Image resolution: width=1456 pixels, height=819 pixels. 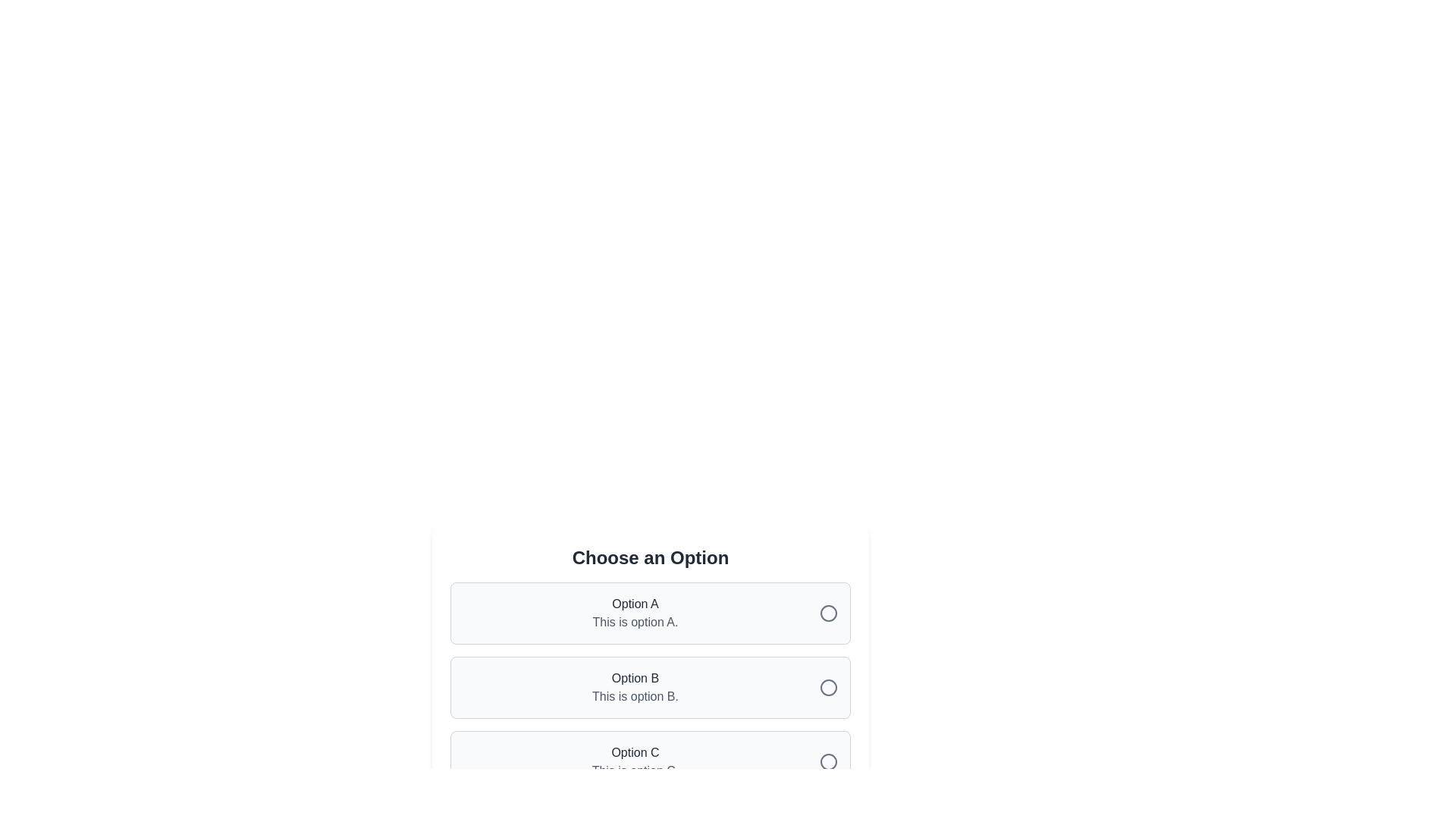 What do you see at coordinates (828, 687) in the screenshot?
I see `the radio button representing 'Option B'` at bounding box center [828, 687].